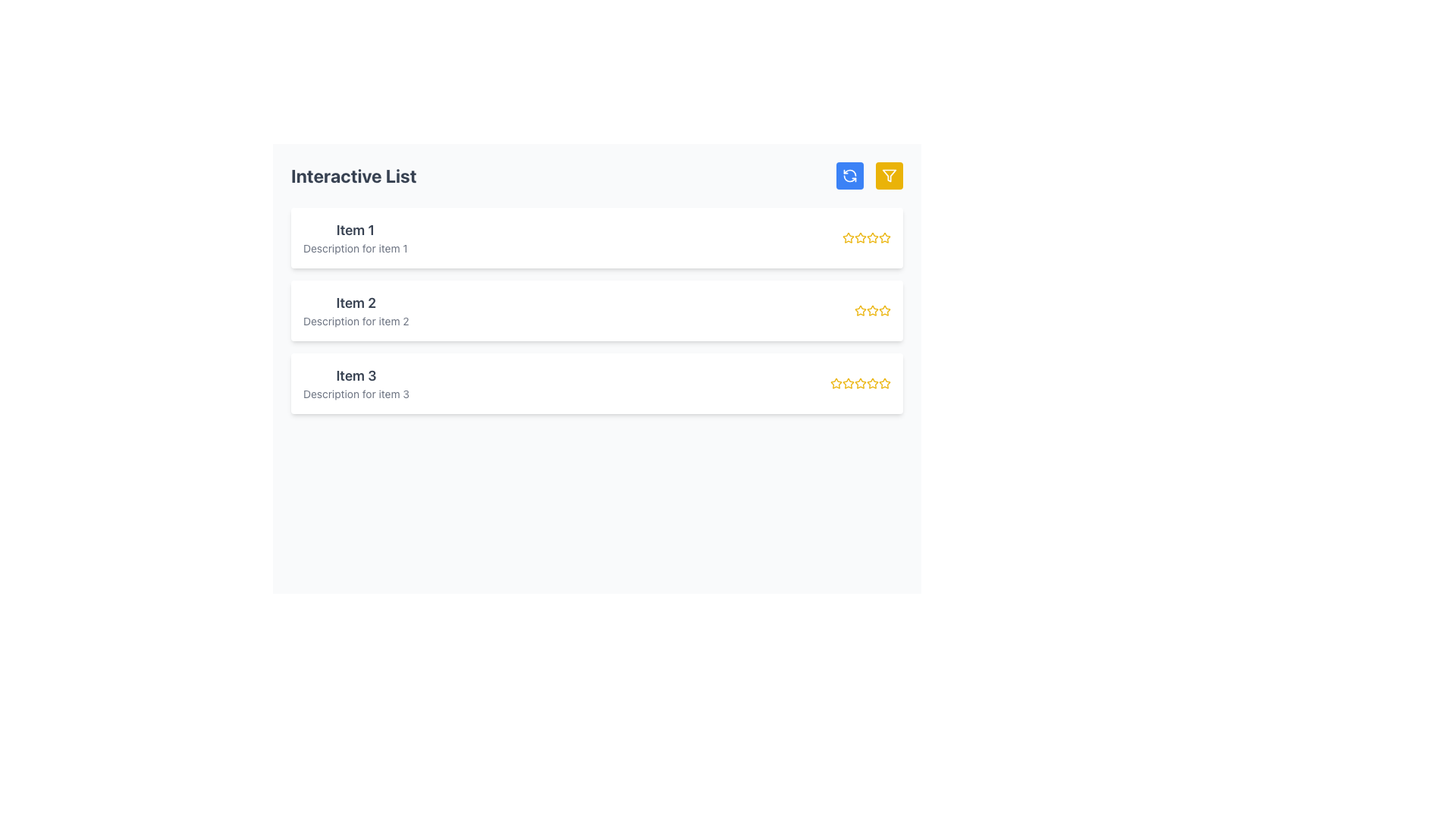 The width and height of the screenshot is (1456, 819). What do you see at coordinates (884, 309) in the screenshot?
I see `the second star-shaped icon in the rating section for the second item in the list, which is yellow and outlined` at bounding box center [884, 309].